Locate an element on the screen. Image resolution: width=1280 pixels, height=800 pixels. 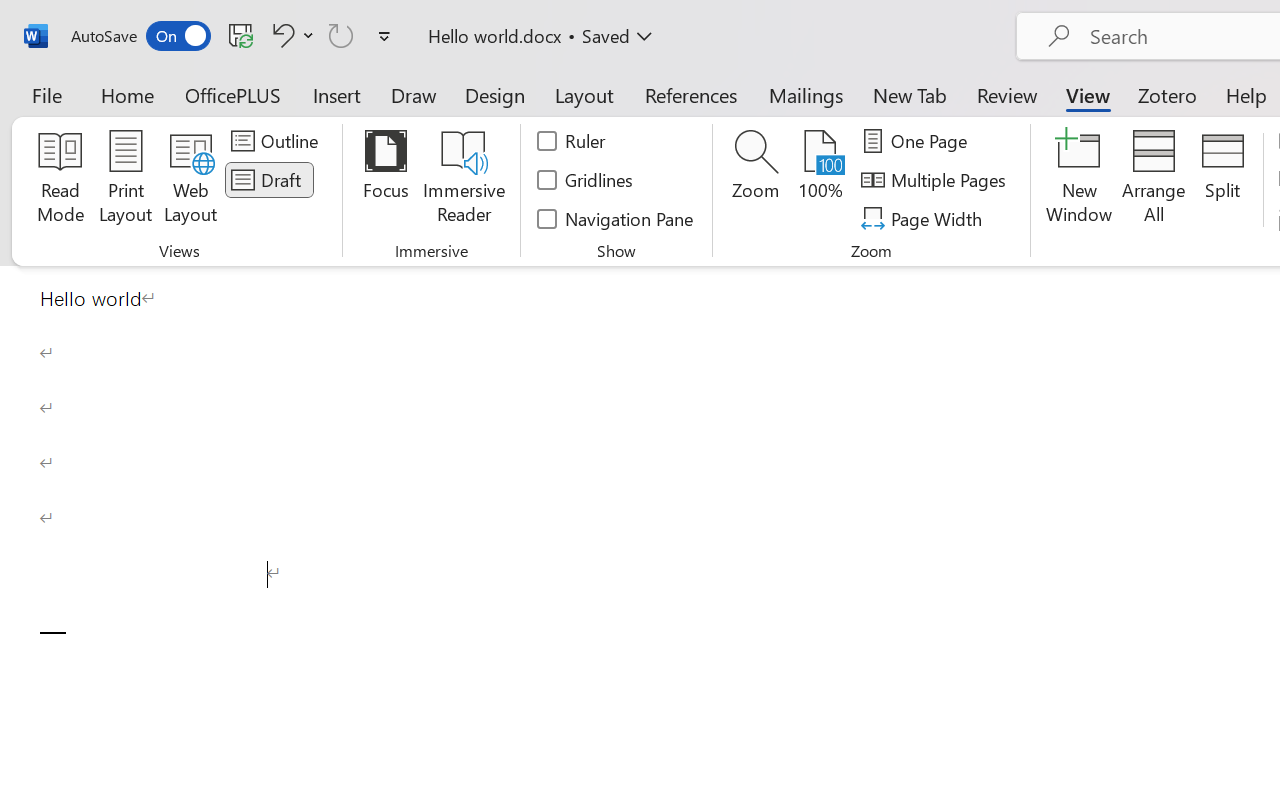
'Draw' is located at coordinates (413, 94).